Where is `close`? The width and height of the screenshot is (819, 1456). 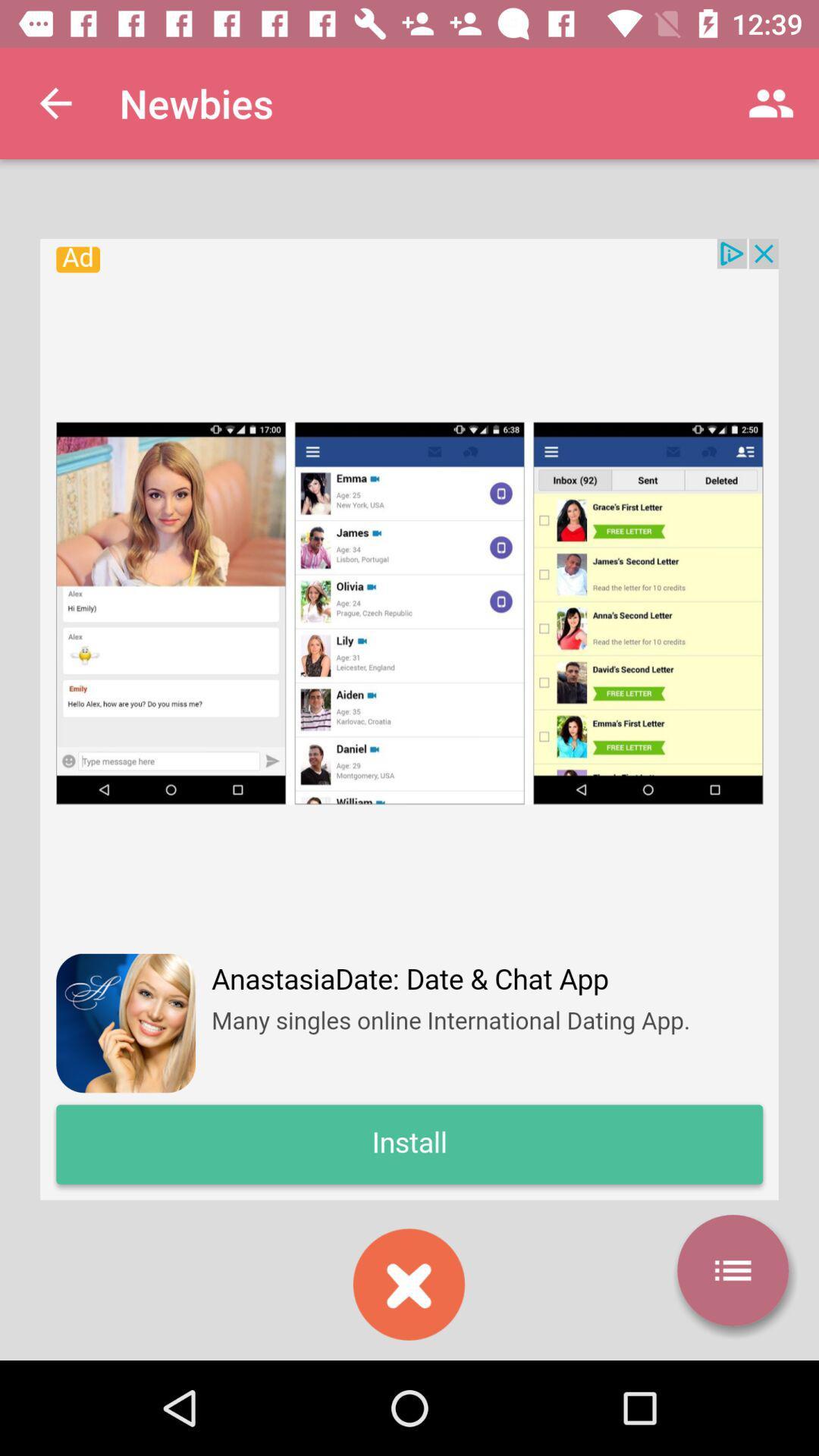
close is located at coordinates (408, 1283).